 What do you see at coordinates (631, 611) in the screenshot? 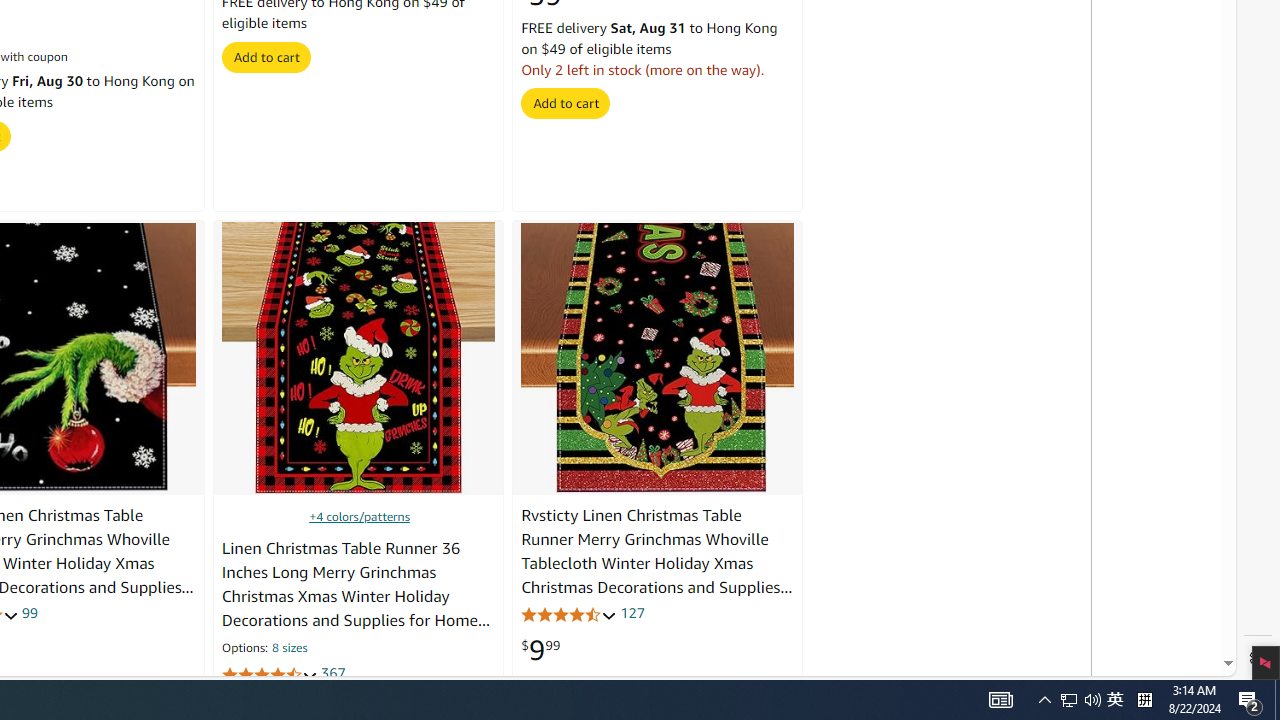
I see `'127'` at bounding box center [631, 611].